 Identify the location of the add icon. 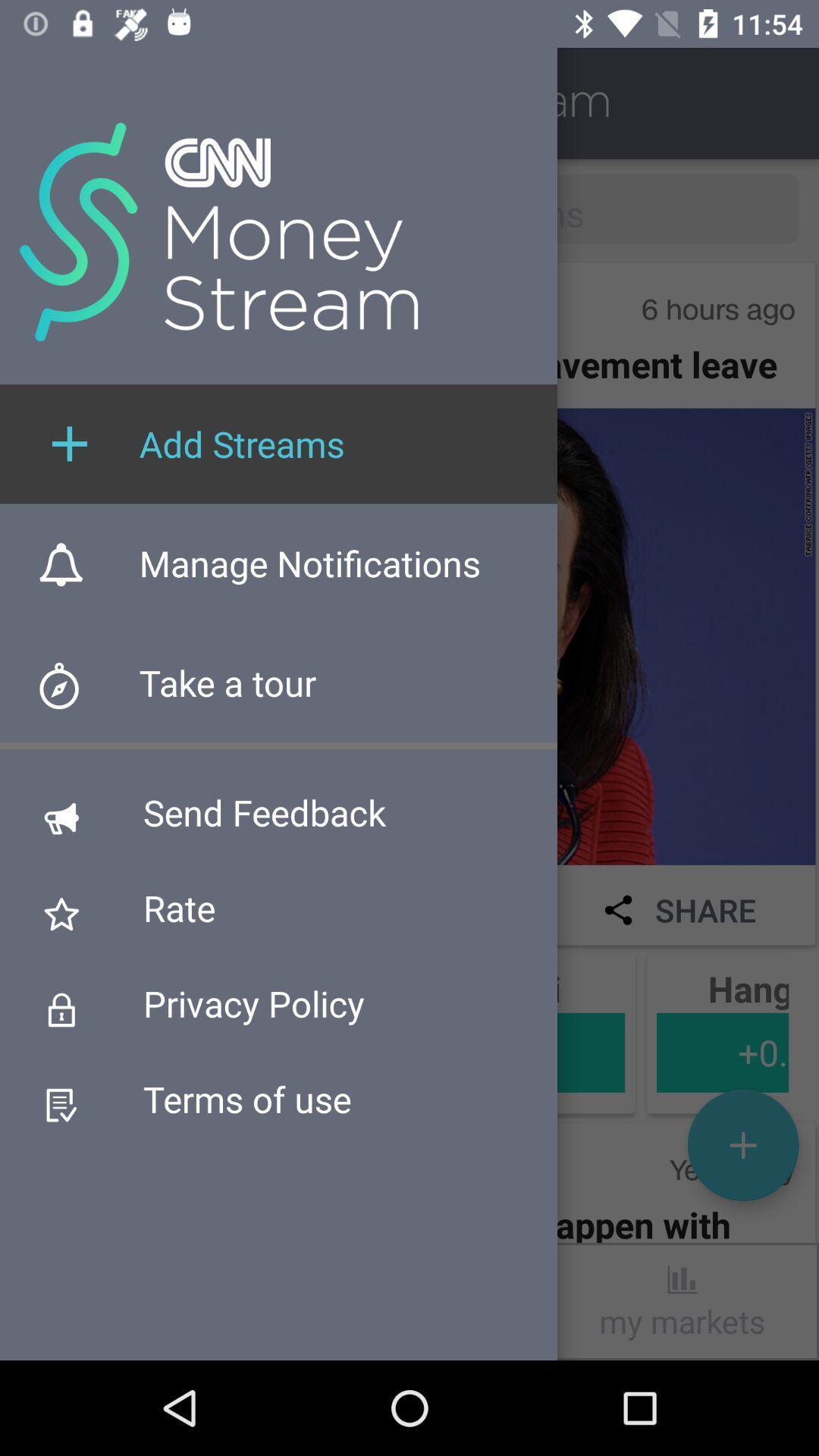
(742, 1145).